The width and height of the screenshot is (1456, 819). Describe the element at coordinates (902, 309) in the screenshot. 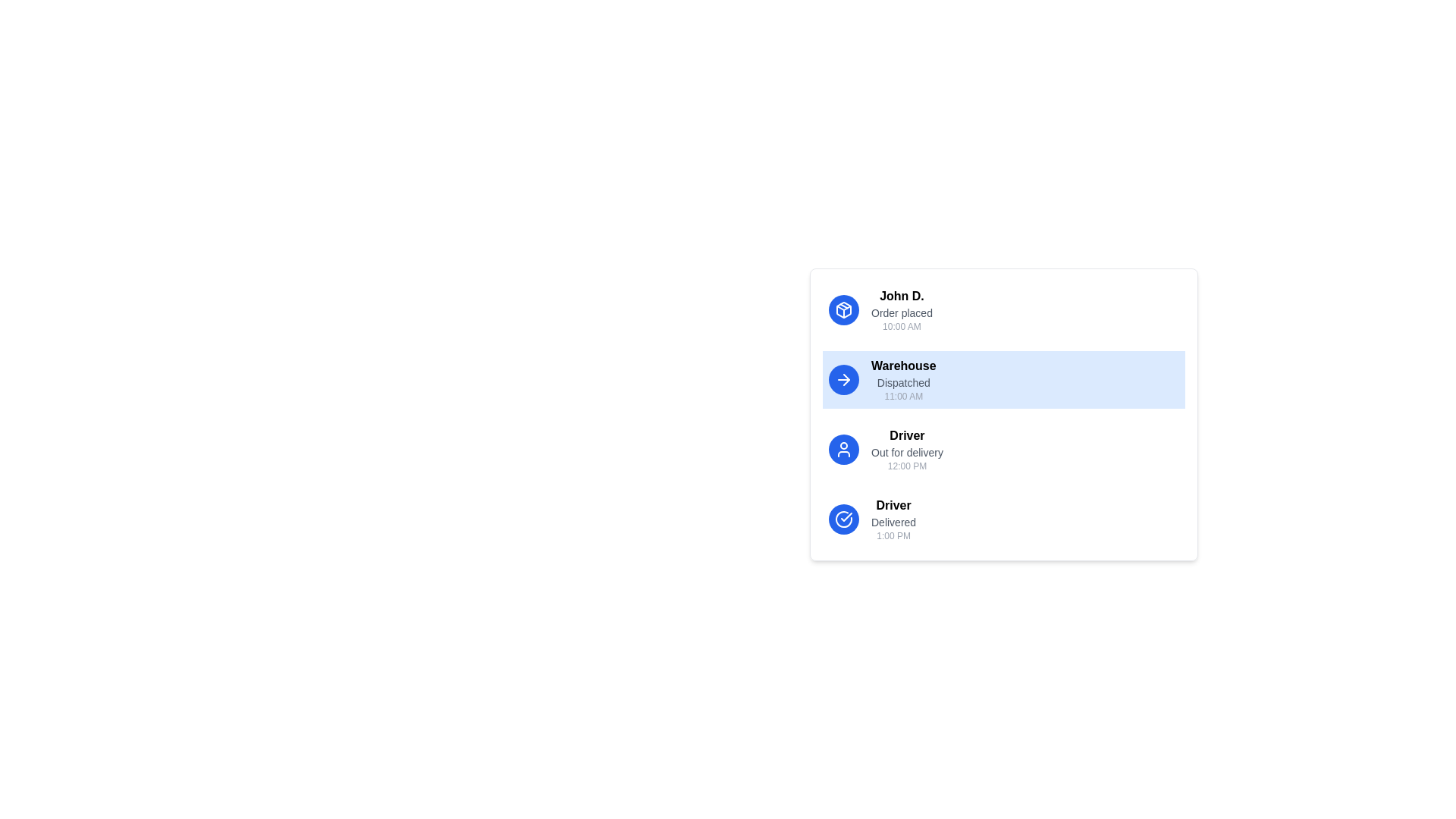

I see `text block displaying the user's name, order status, and timestamp located at the top of the vertical list` at that location.